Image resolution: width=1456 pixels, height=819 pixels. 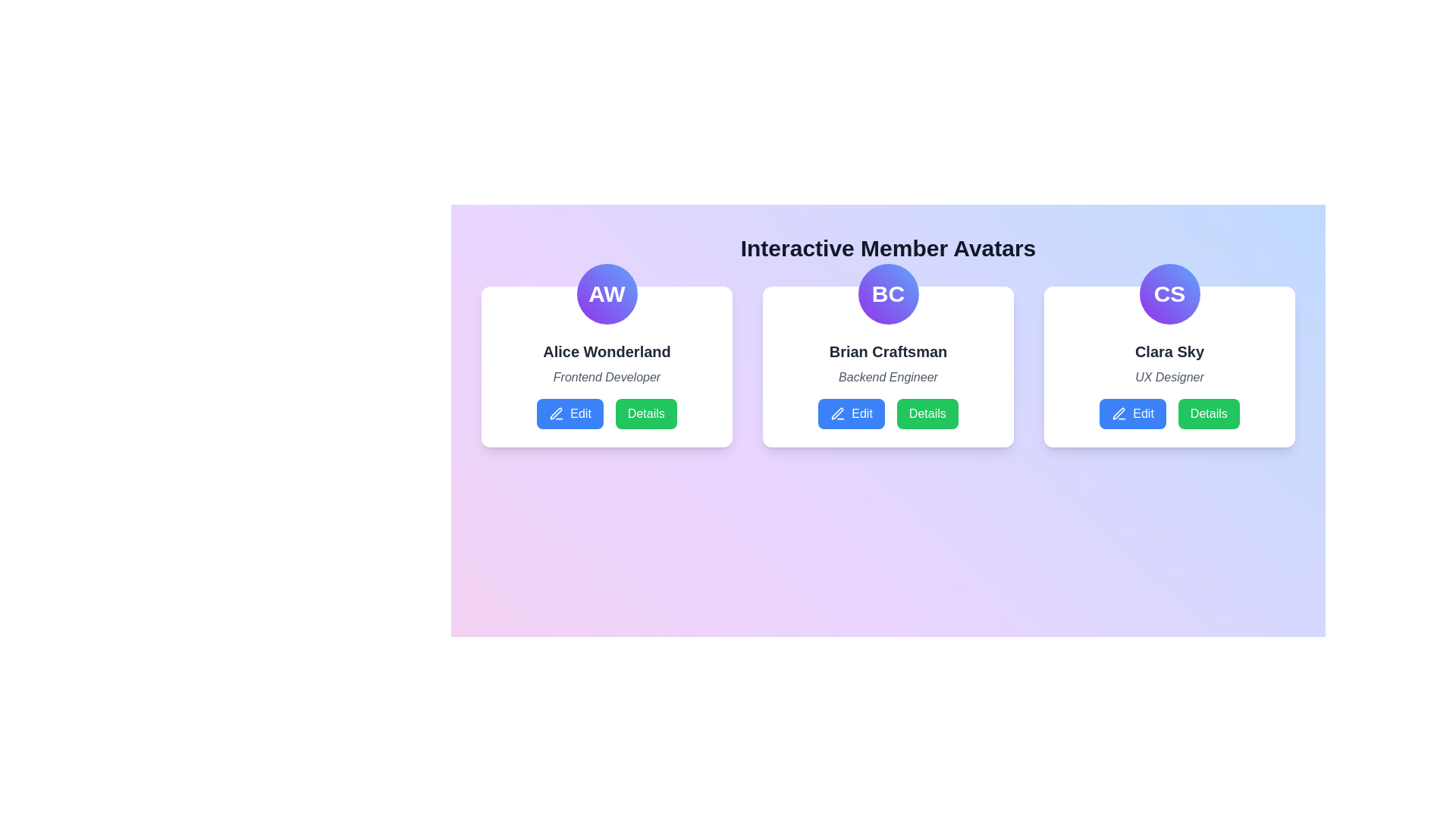 What do you see at coordinates (1169, 376) in the screenshot?
I see `the text label displaying 'UX Designer' in italic gray color, located beneath 'Clara Sky' in the rightmost user profile card` at bounding box center [1169, 376].